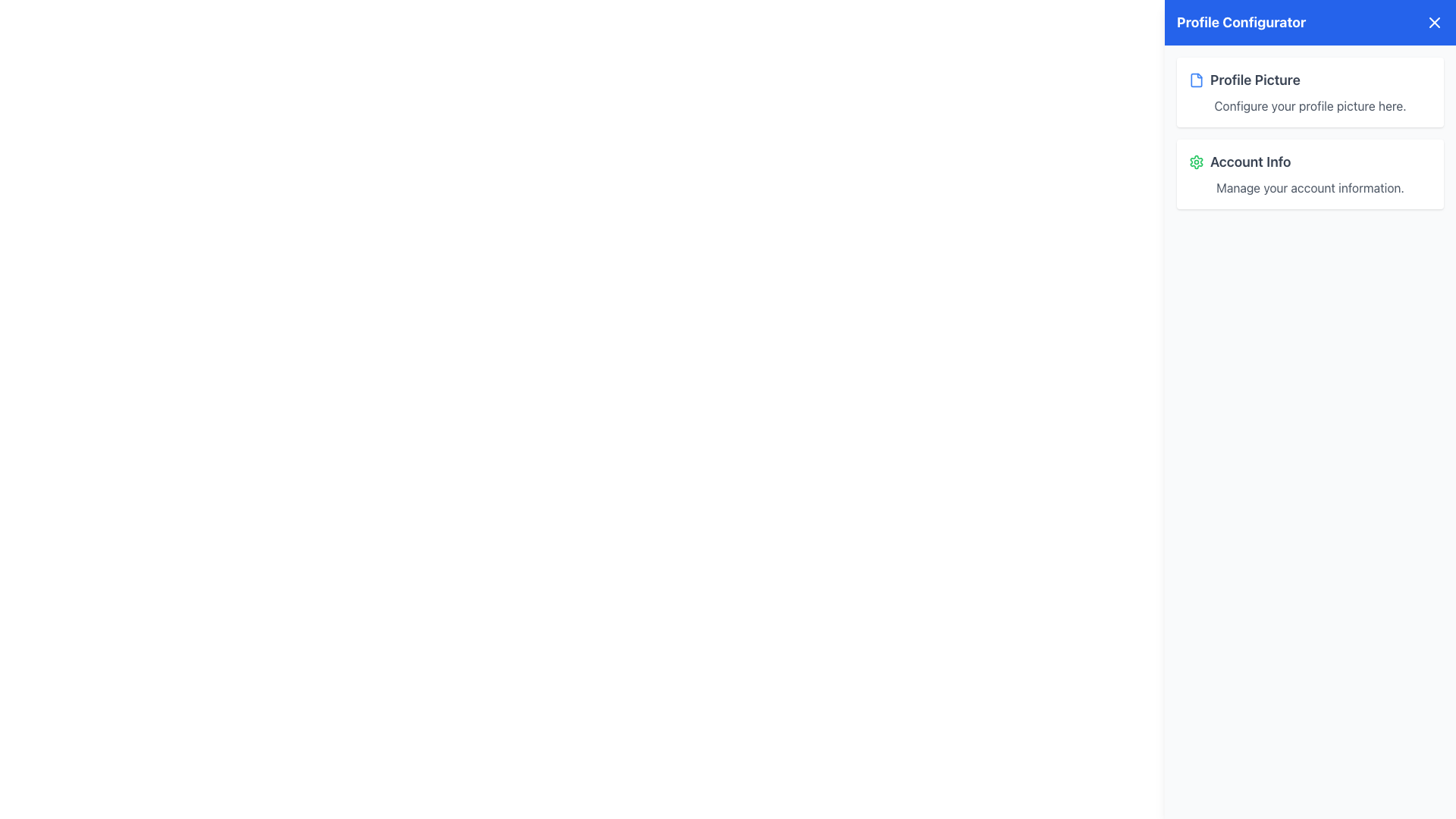  Describe the element at coordinates (1433, 23) in the screenshot. I see `the 'X' close button located at the top-right corner of the blue header panel labeled 'Profile Configurator'` at that location.